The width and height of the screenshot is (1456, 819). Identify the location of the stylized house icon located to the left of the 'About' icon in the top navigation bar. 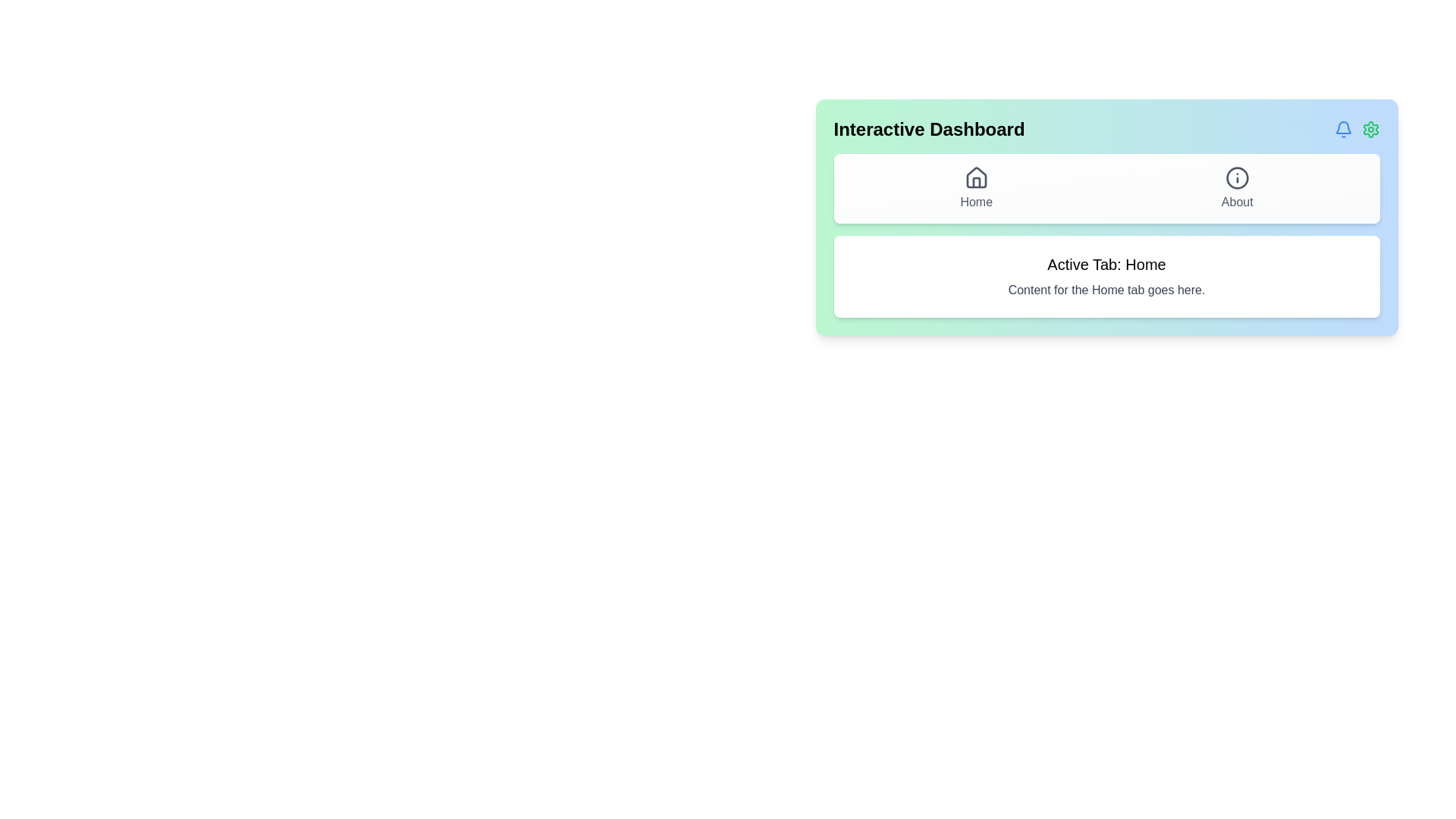
(976, 177).